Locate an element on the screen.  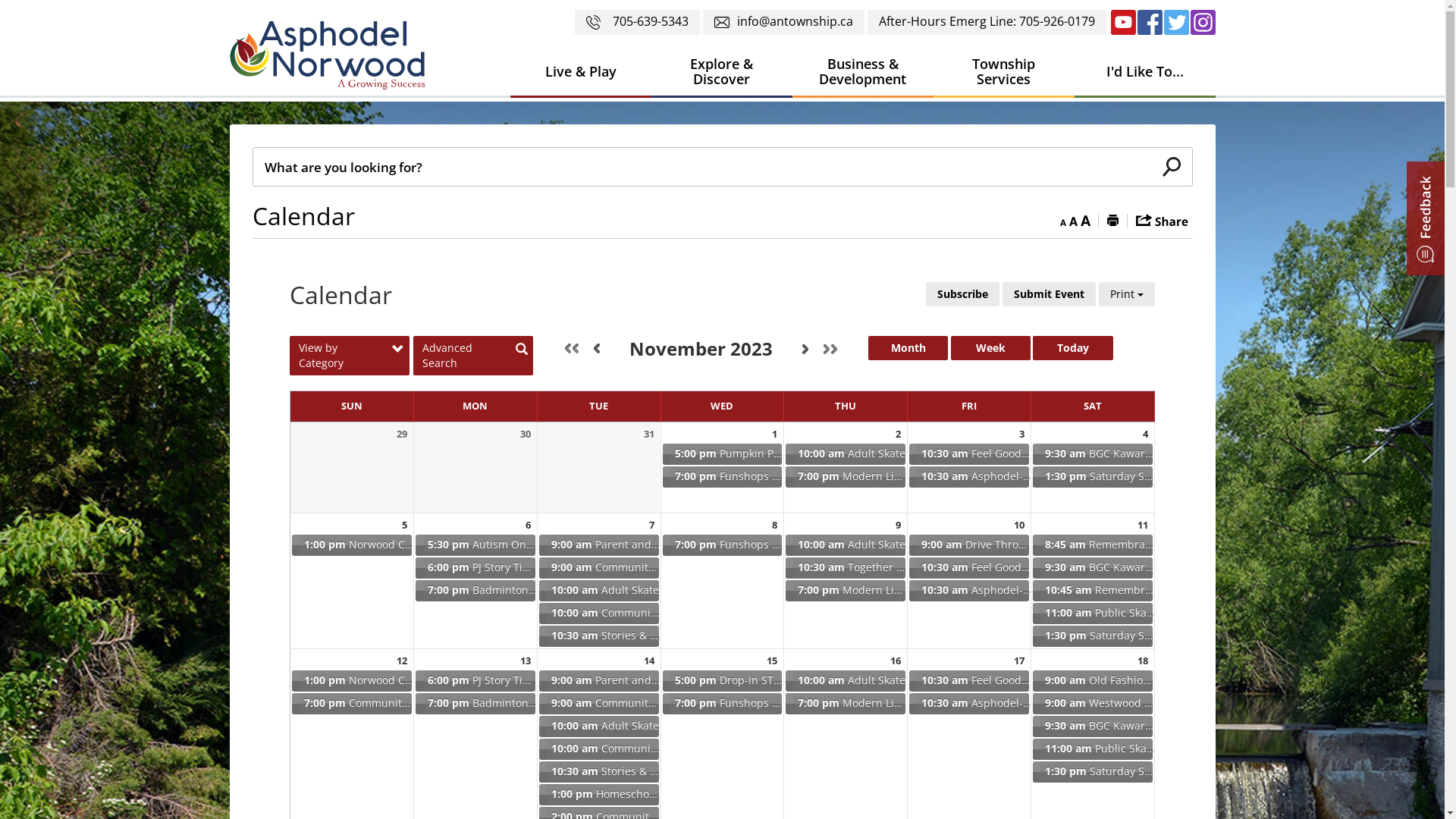
'After-Hours Emerg Line: 705-926-0179' is located at coordinates (987, 22).